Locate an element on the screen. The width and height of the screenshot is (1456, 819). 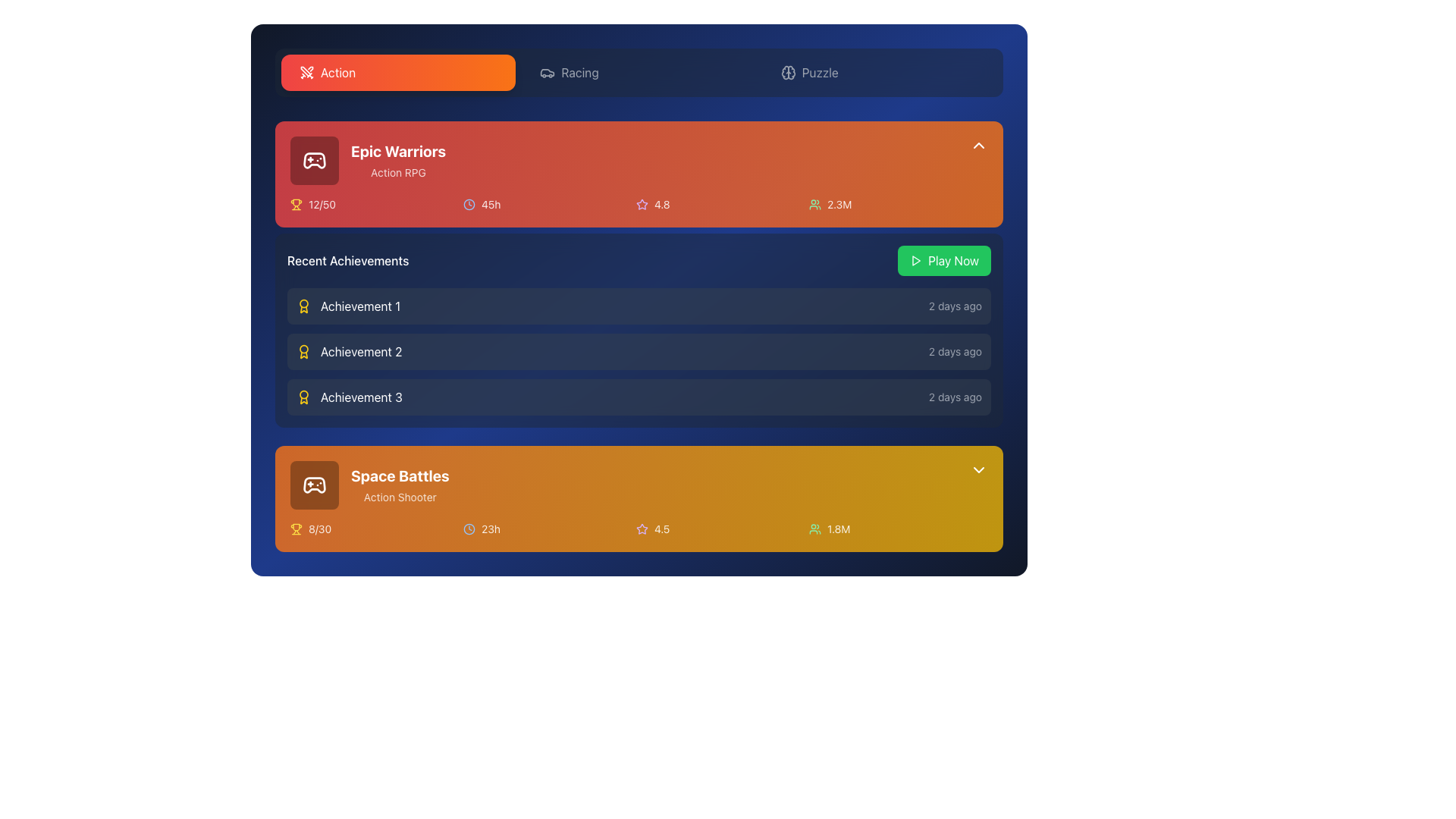
the text element that displays the genre 'Space Battles', located beneath the larger bold text within the orange card section at the bottom of the component is located at coordinates (400, 497).